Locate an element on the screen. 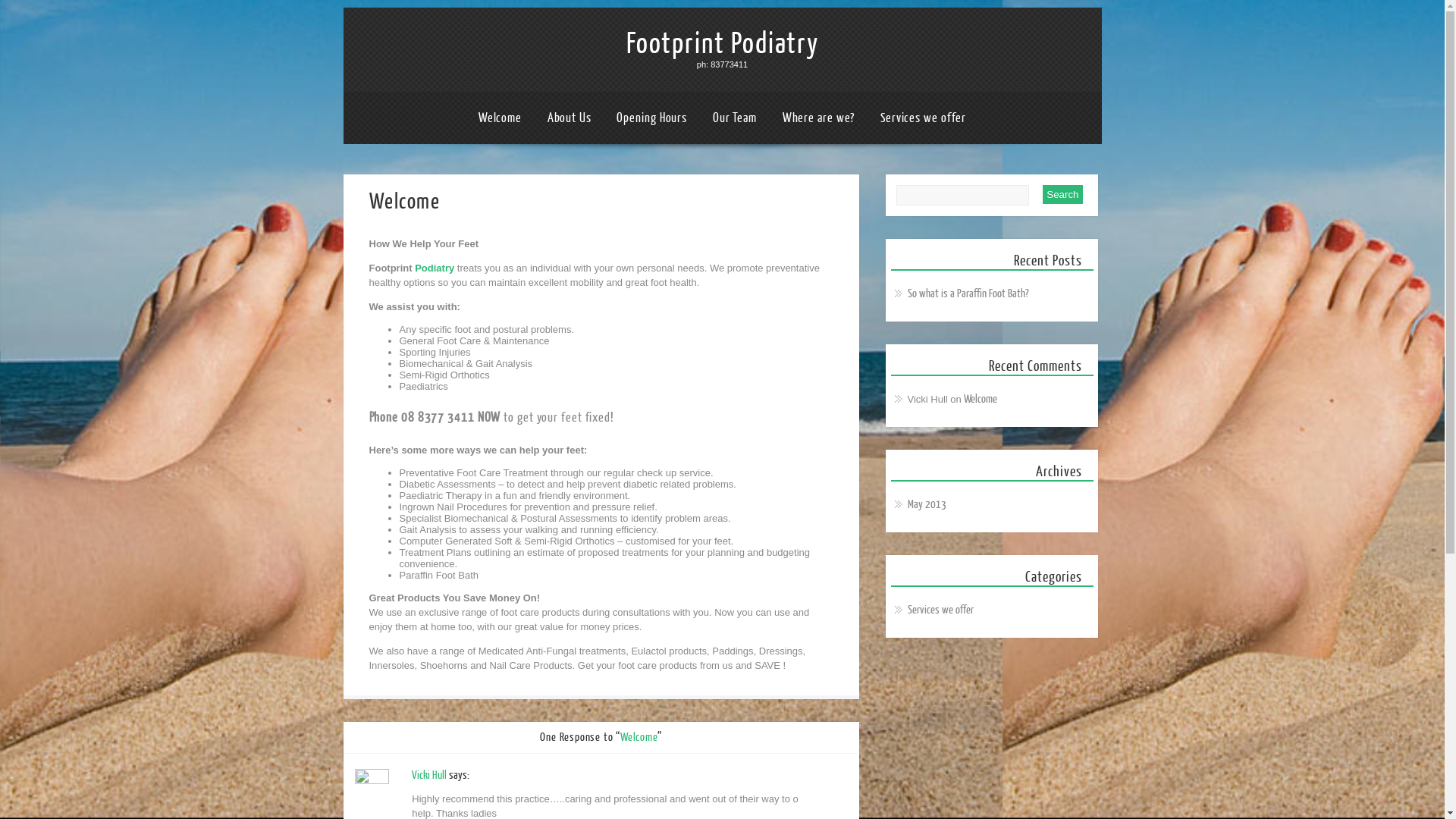 This screenshot has width=1456, height=819. 'Search' is located at coordinates (1041, 193).